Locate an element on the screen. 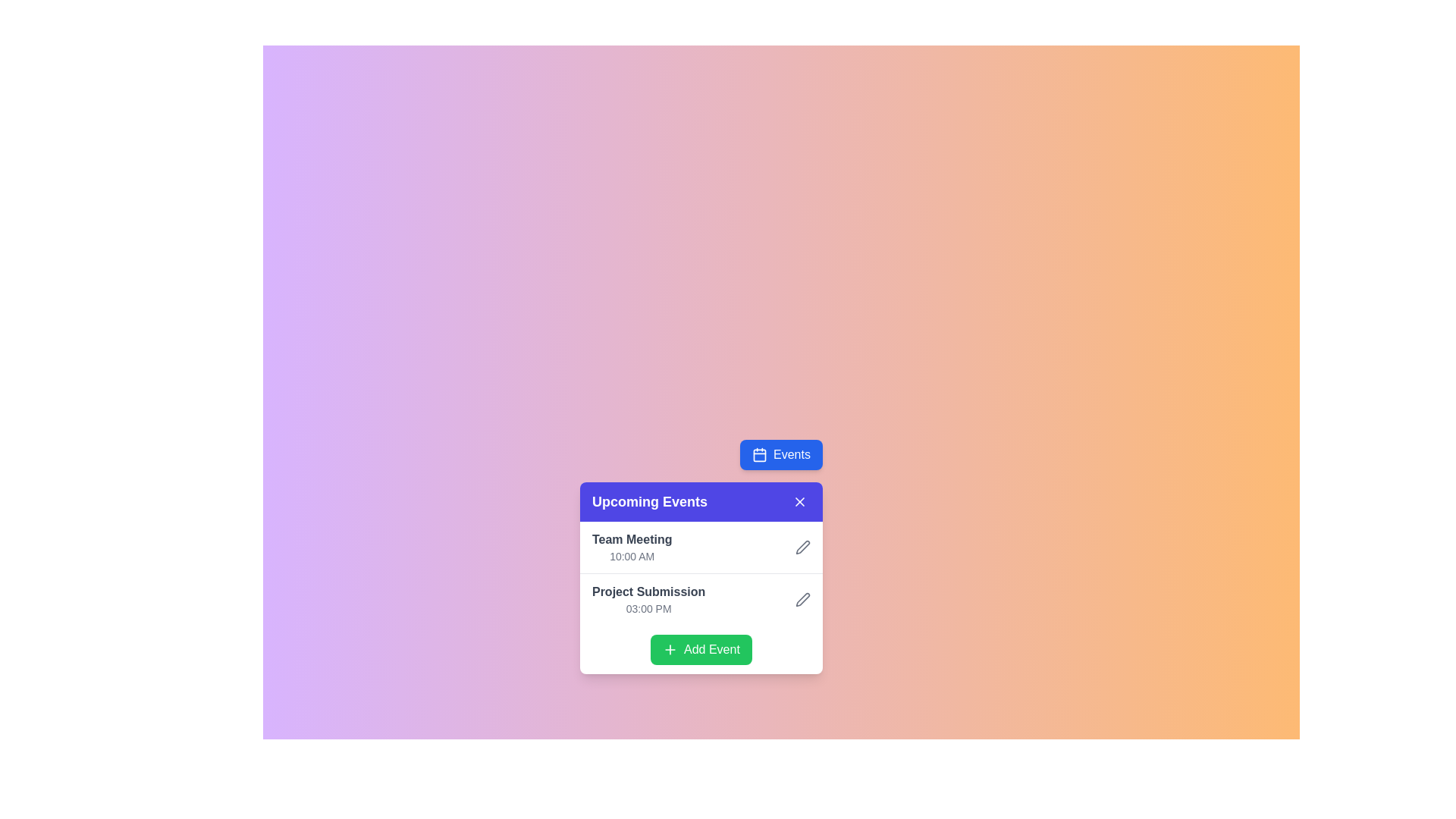 Image resolution: width=1456 pixels, height=819 pixels. the editing pen icon located on the far right of the 'Team Meeting' entry in the 'Upcoming Events' list is located at coordinates (802, 547).